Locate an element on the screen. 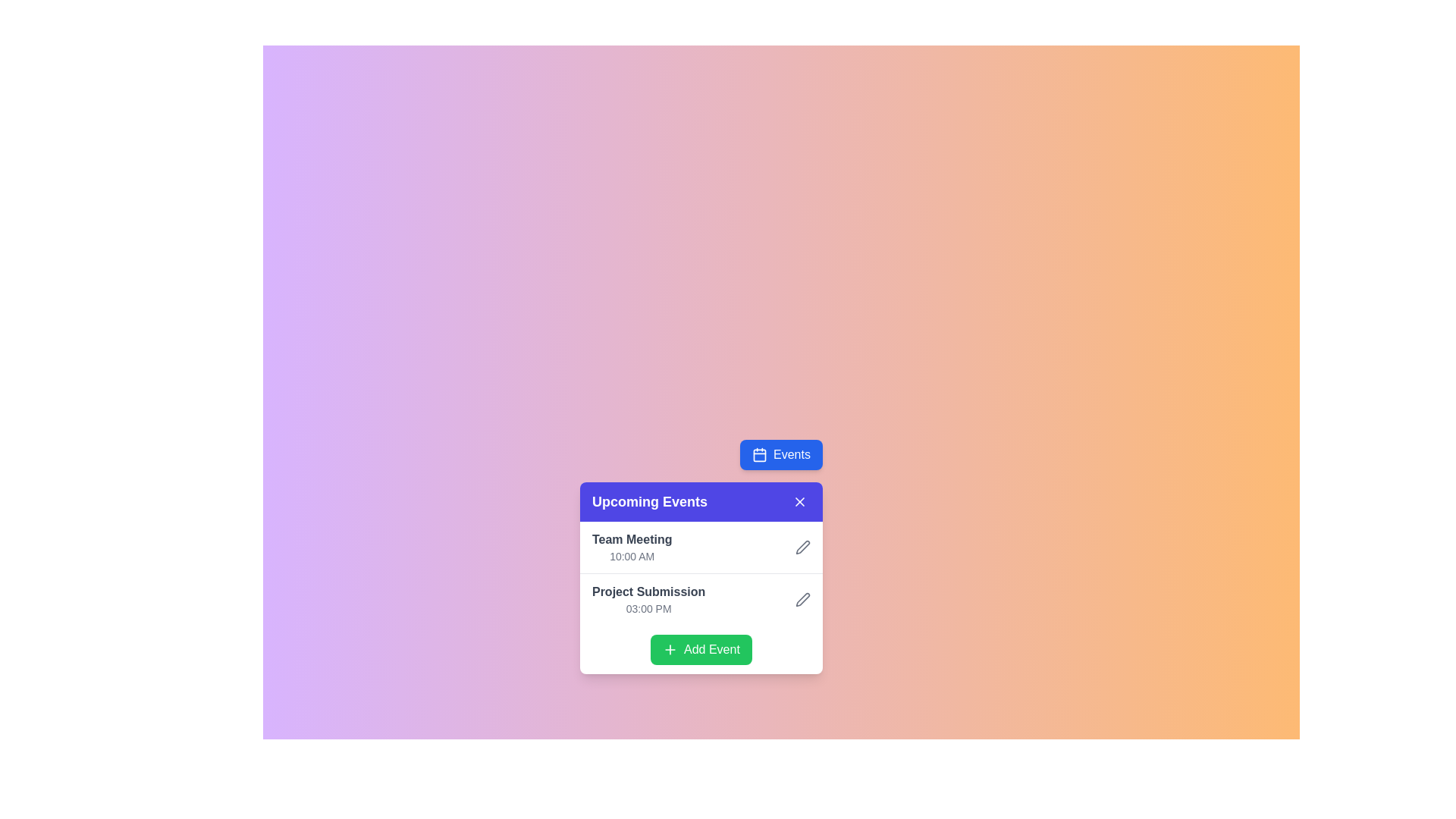 Image resolution: width=1456 pixels, height=819 pixels. the editing pen icon located on the far right of the 'Team Meeting' entry in the 'Upcoming Events' list is located at coordinates (802, 547).